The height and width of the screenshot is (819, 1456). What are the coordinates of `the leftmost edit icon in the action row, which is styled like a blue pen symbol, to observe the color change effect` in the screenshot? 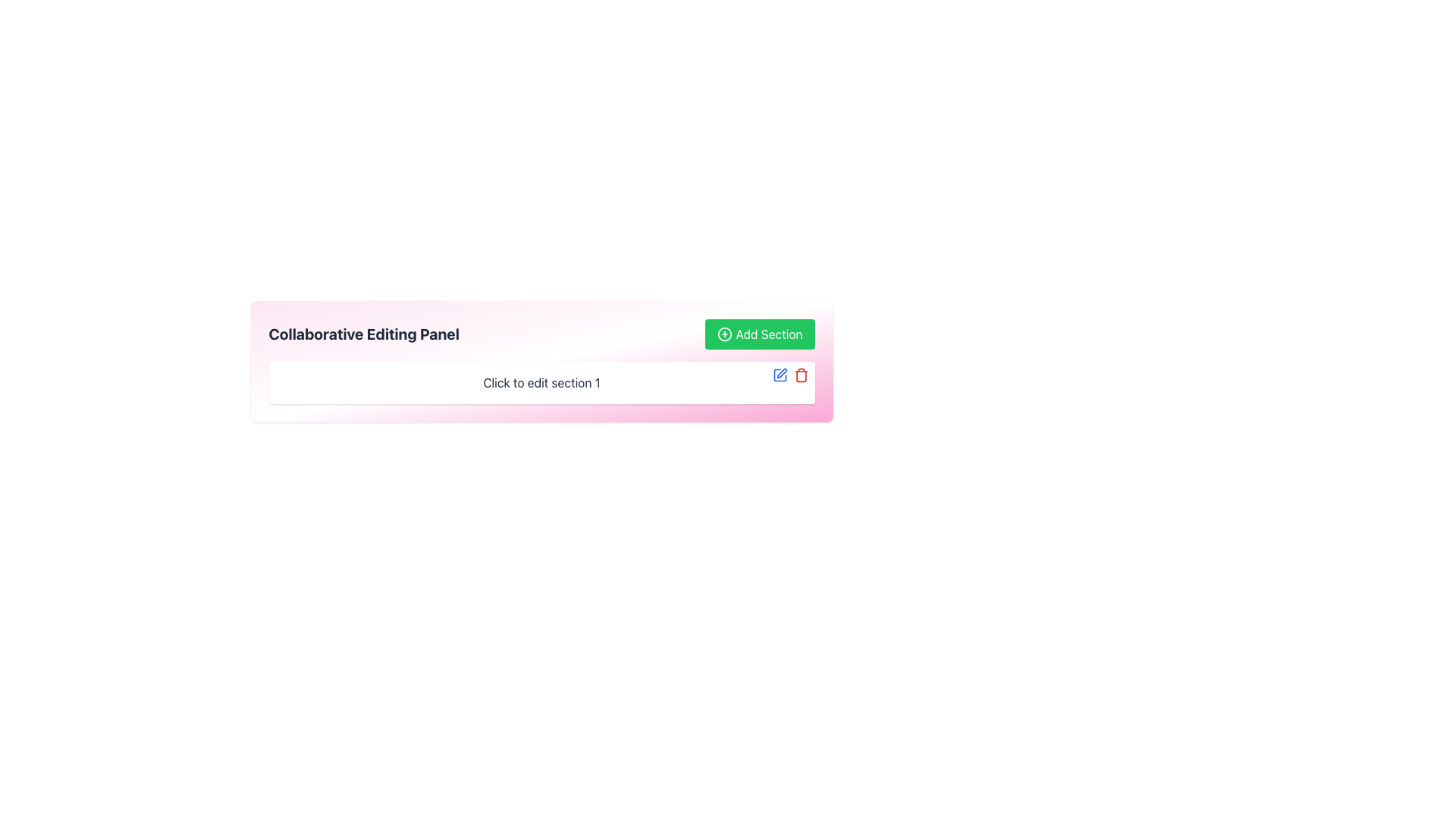 It's located at (780, 375).